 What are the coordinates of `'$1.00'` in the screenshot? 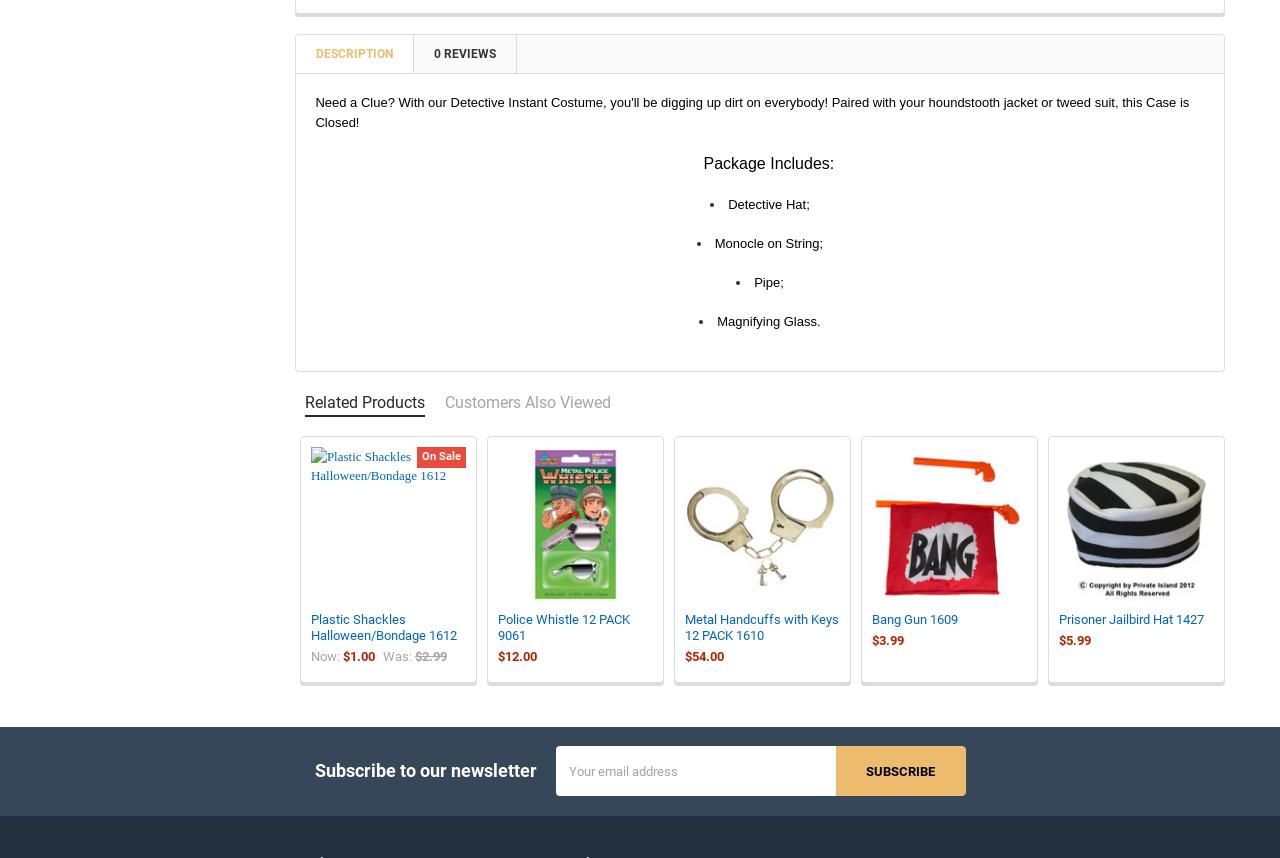 It's located at (358, 669).